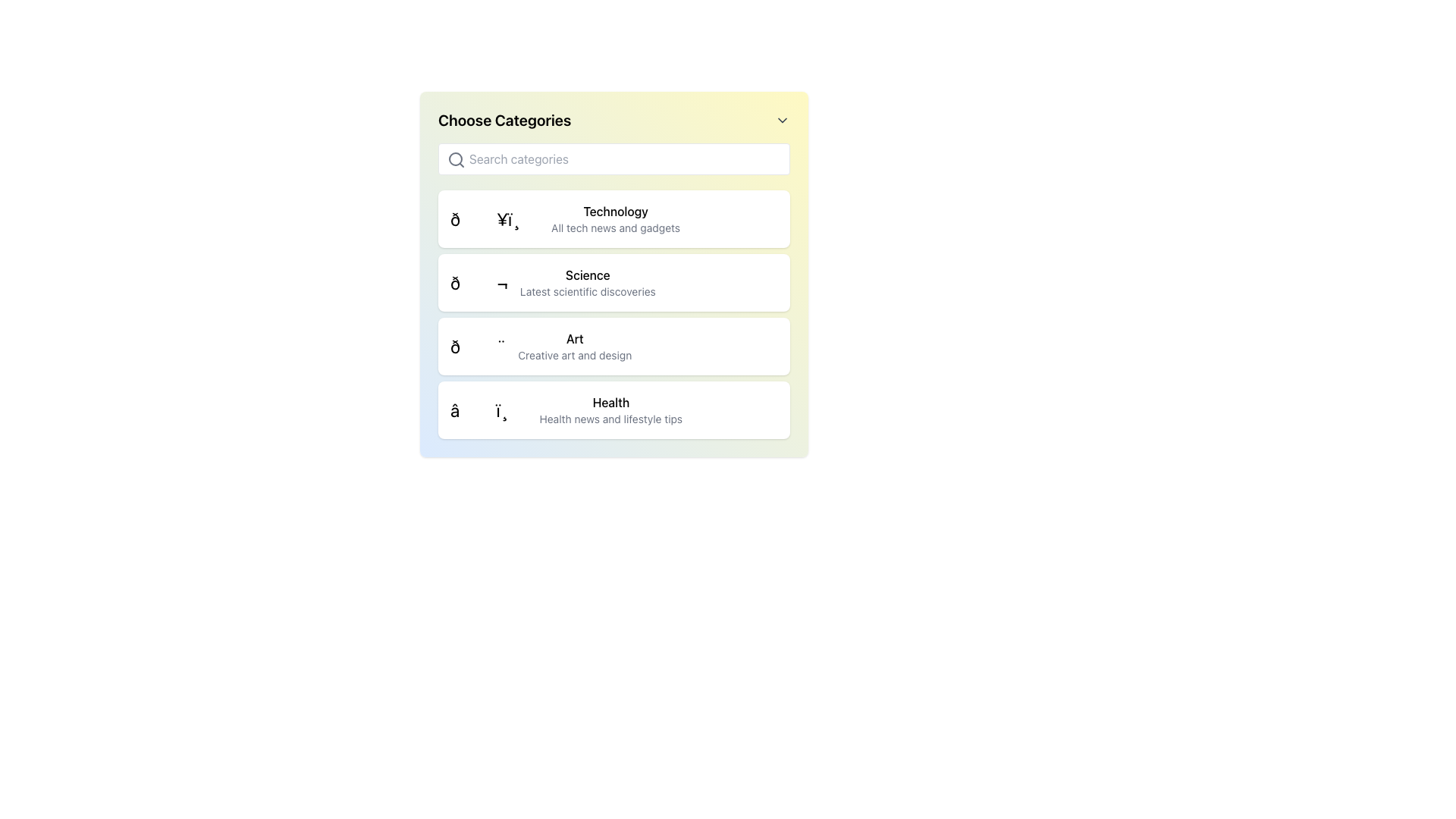 The image size is (1456, 819). What do you see at coordinates (504, 119) in the screenshot?
I see `the header text label that informs users about the category selection interface, located at the top-left corner of the visible interface` at bounding box center [504, 119].